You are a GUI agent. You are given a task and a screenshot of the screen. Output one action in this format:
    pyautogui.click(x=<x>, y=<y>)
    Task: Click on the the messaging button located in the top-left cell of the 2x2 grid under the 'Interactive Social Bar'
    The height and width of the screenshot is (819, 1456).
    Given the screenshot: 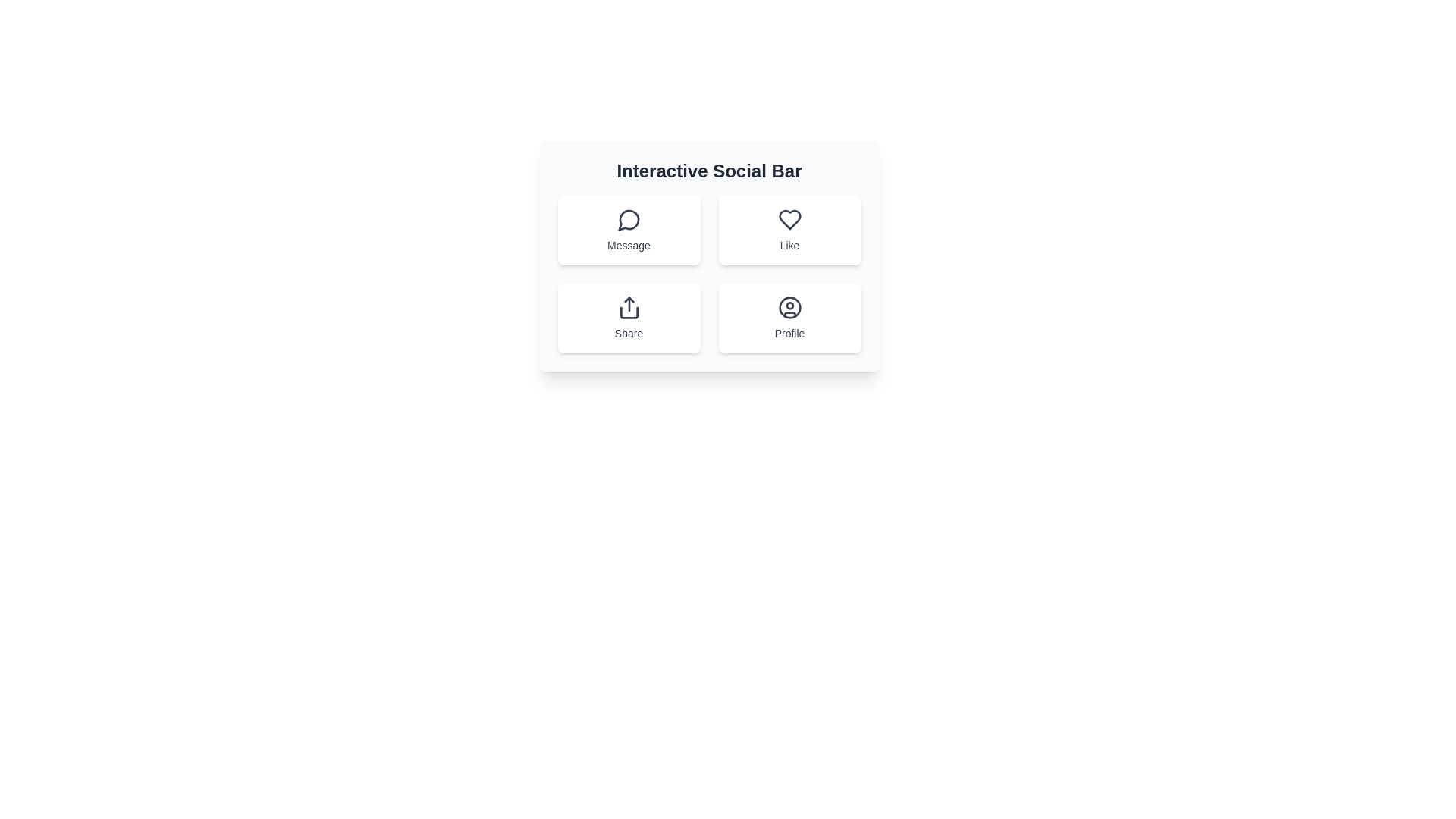 What is the action you would take?
    pyautogui.click(x=629, y=231)
    